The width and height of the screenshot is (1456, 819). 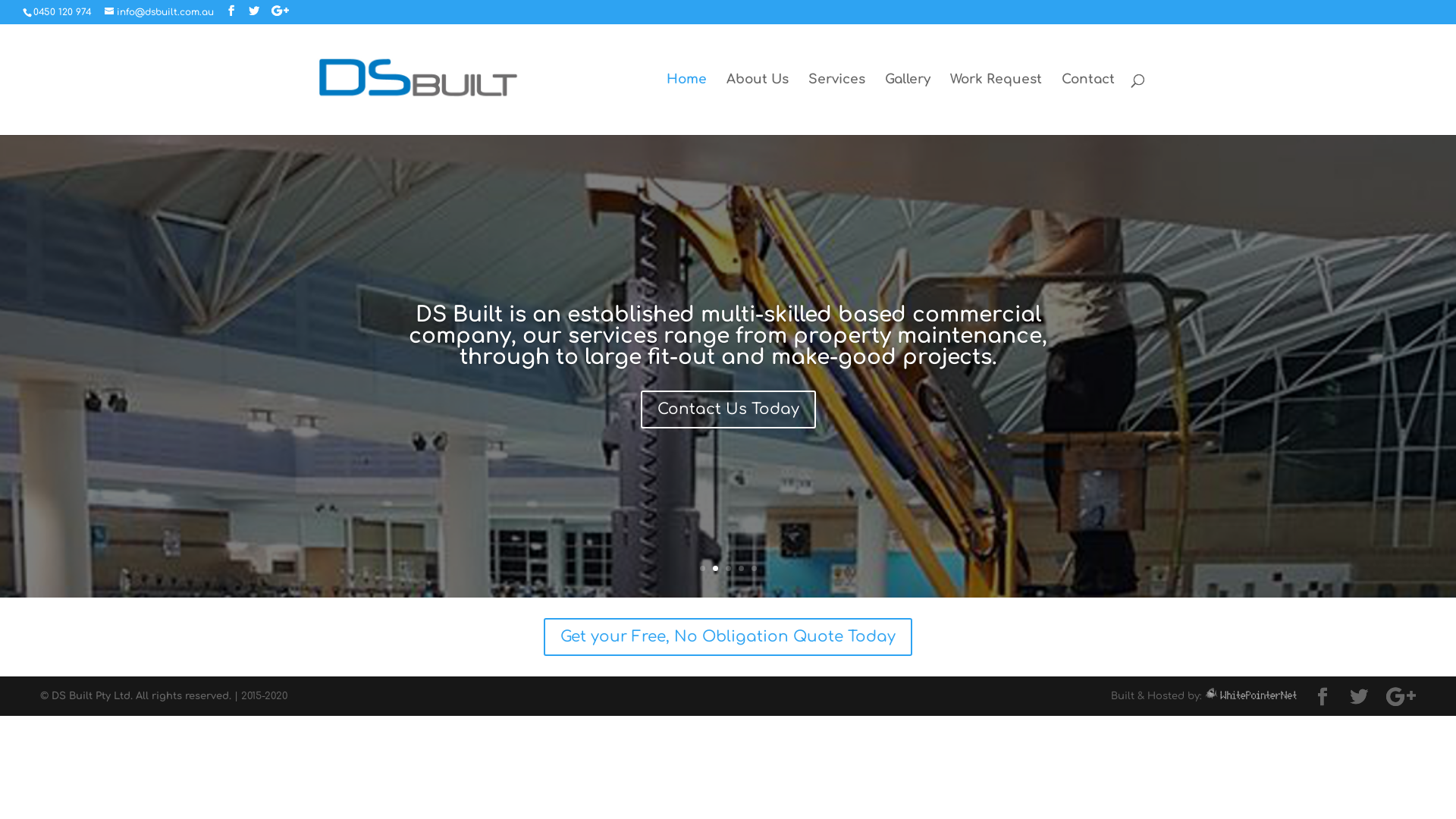 What do you see at coordinates (726, 409) in the screenshot?
I see `'Contact Us Today'` at bounding box center [726, 409].